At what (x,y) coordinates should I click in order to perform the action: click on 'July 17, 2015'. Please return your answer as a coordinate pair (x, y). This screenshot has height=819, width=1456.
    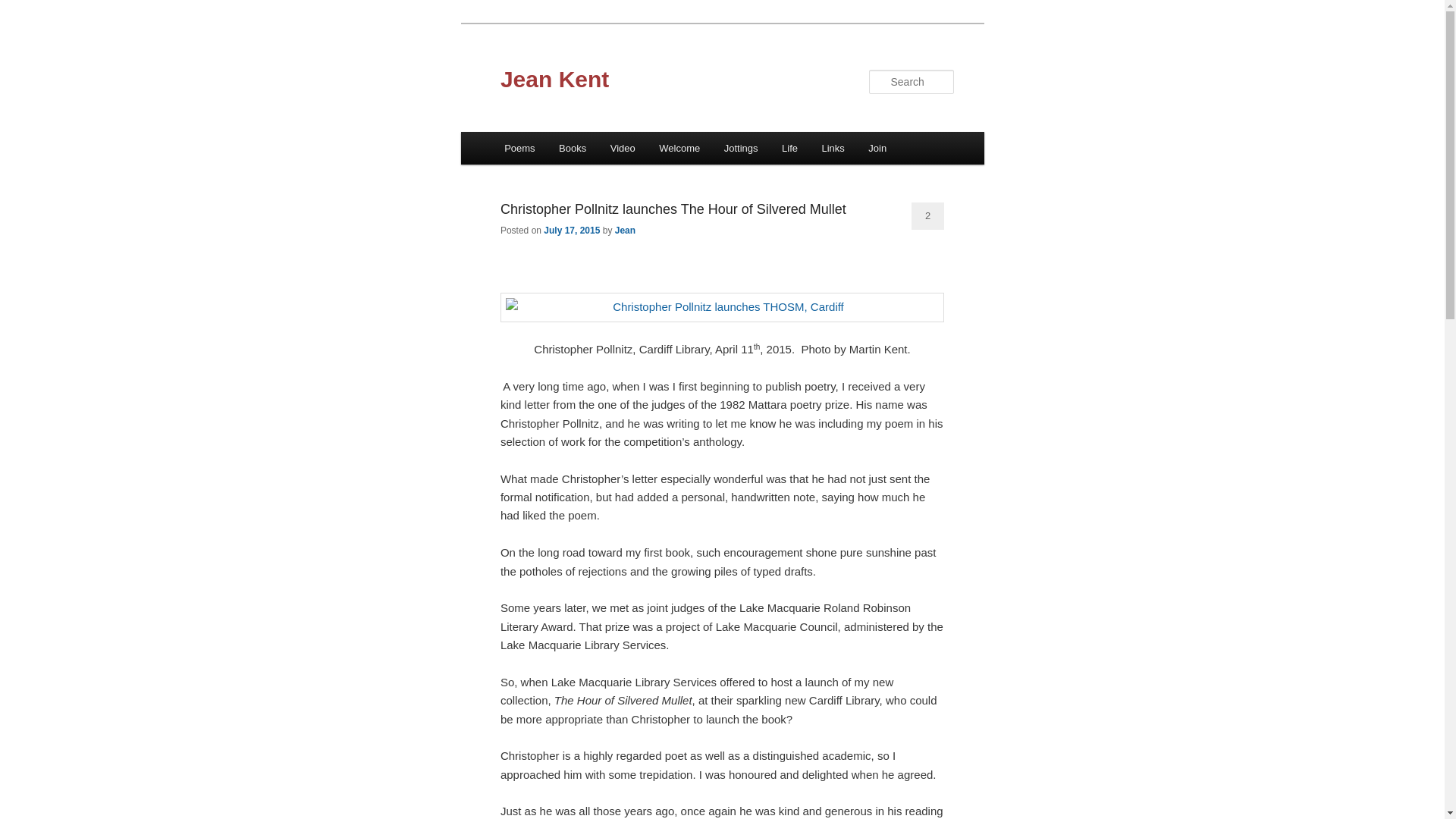
    Looking at the image, I should click on (570, 231).